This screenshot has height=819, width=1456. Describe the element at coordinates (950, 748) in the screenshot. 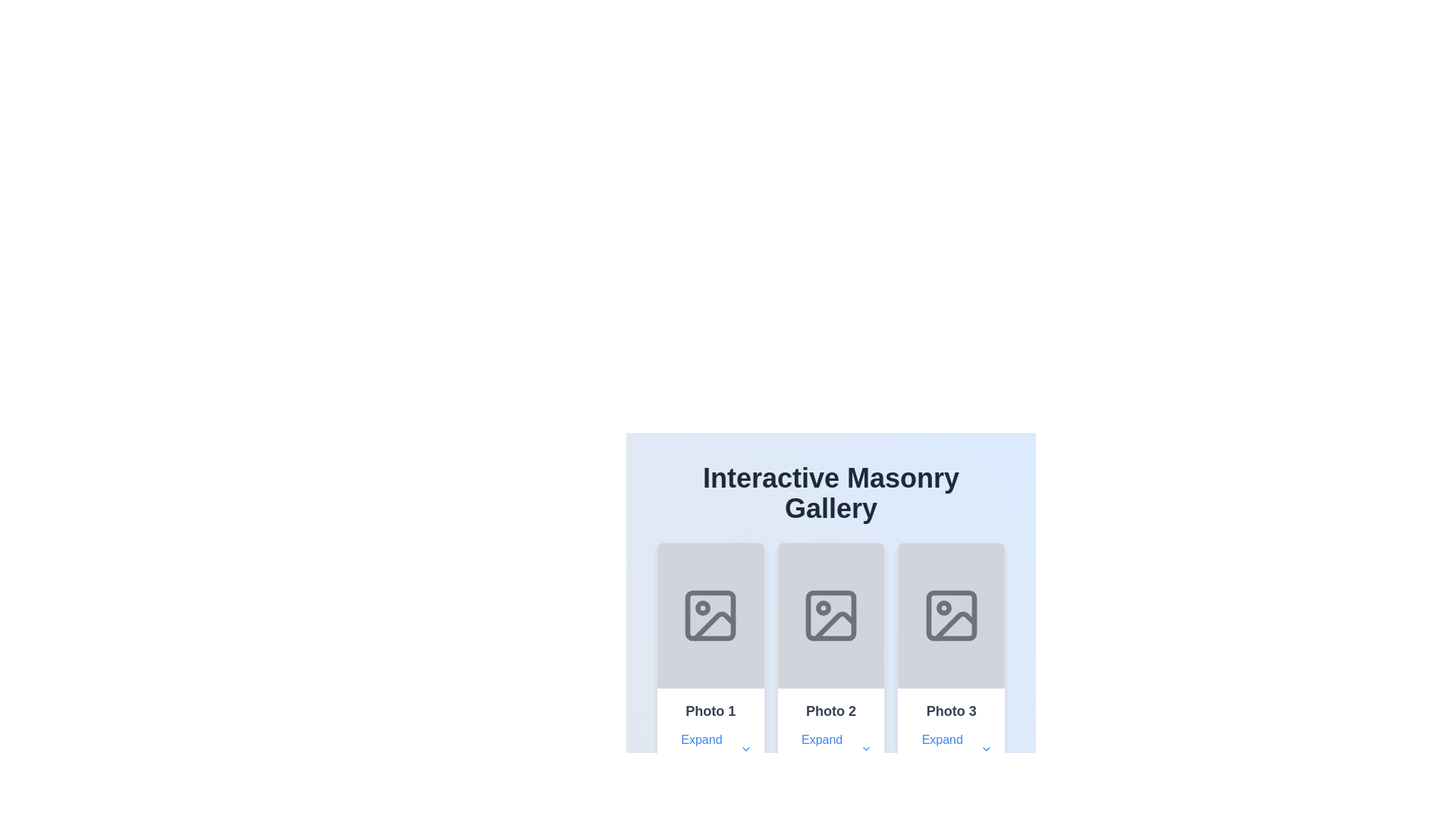

I see `the interactive hyperlink-style button located below the 'Photo 3' title` at that location.